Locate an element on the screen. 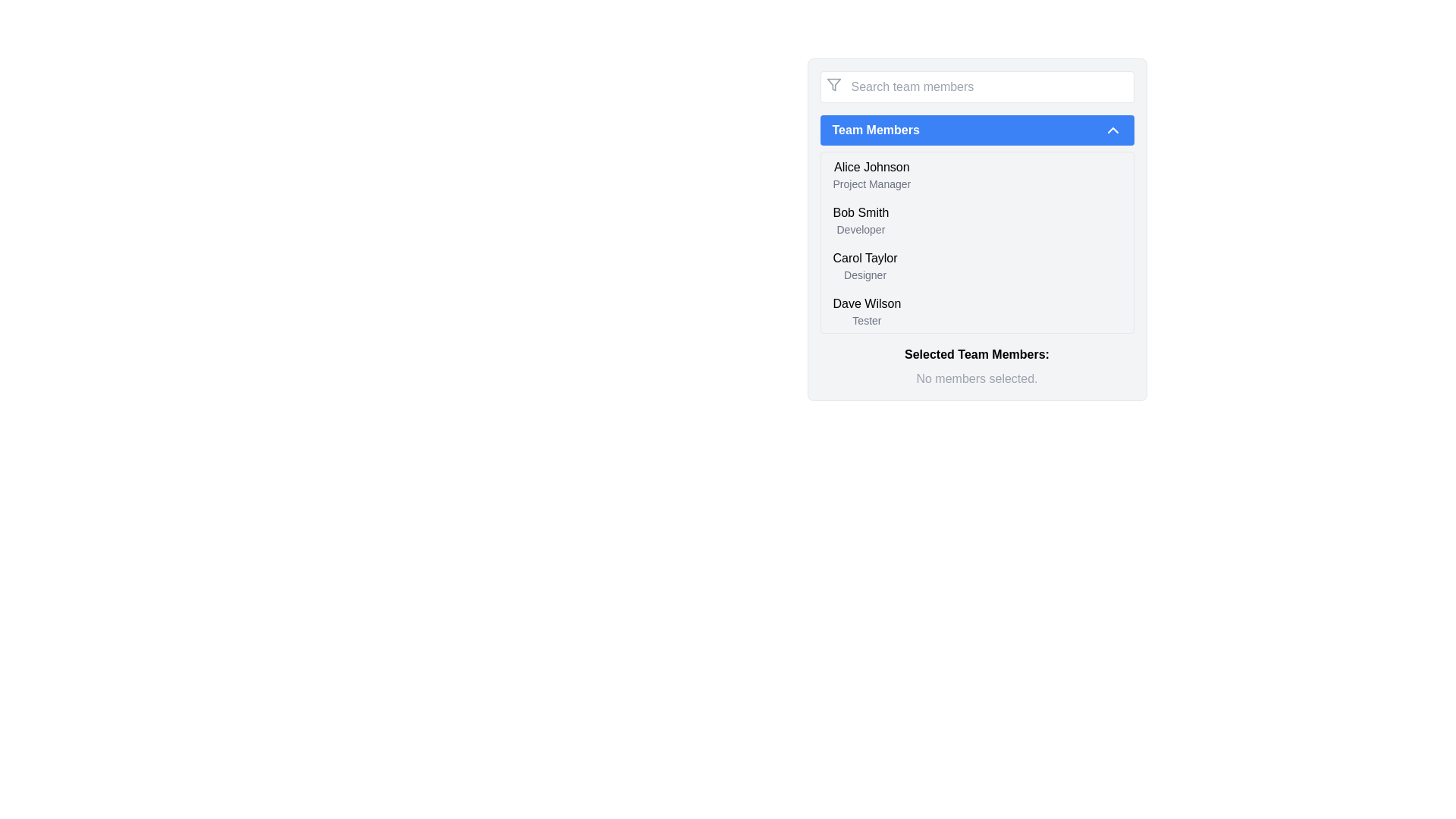 The width and height of the screenshot is (1456, 819). the text label 'Developer' located directly below 'Bob Smith' in the 'Team Members' list is located at coordinates (861, 230).